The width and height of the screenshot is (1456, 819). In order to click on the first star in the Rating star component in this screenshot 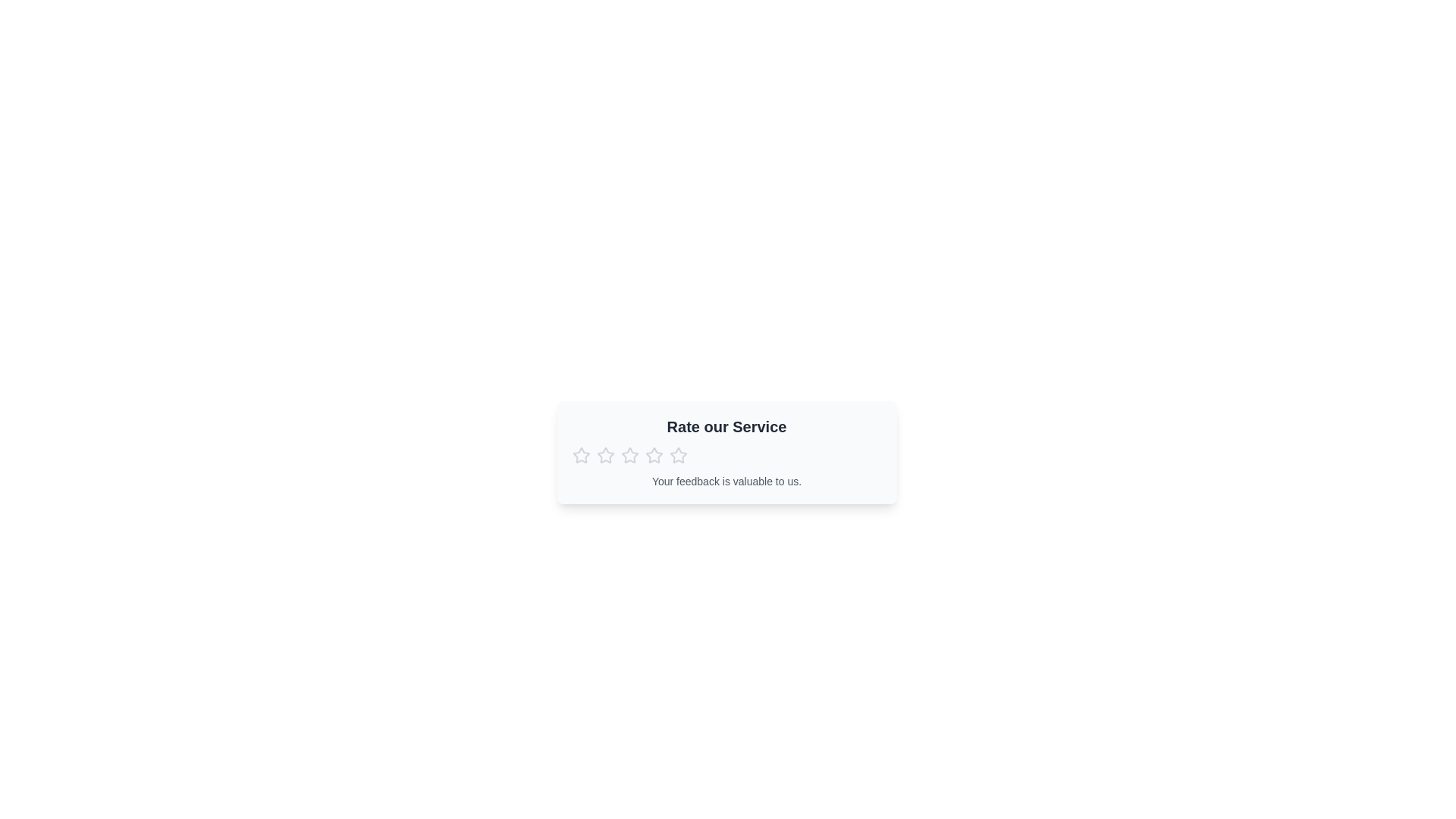, I will do `click(580, 454)`.